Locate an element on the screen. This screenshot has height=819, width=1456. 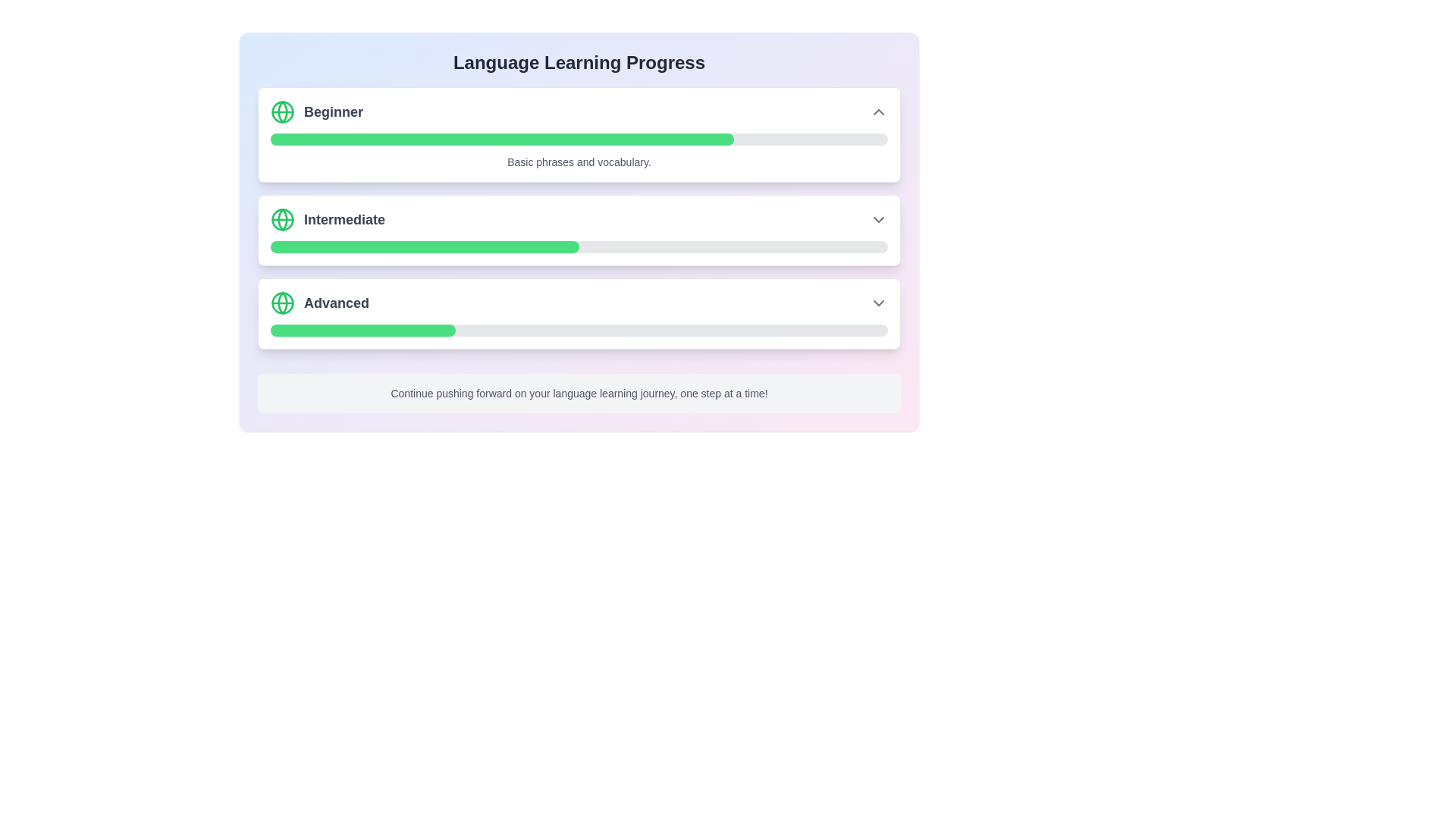
the 'Intermediate' proficiency level text label in the language learning course, which is centrally located between the 'Beginner' and 'Advanced' sections, adjacent to a green globe icon is located at coordinates (344, 219).